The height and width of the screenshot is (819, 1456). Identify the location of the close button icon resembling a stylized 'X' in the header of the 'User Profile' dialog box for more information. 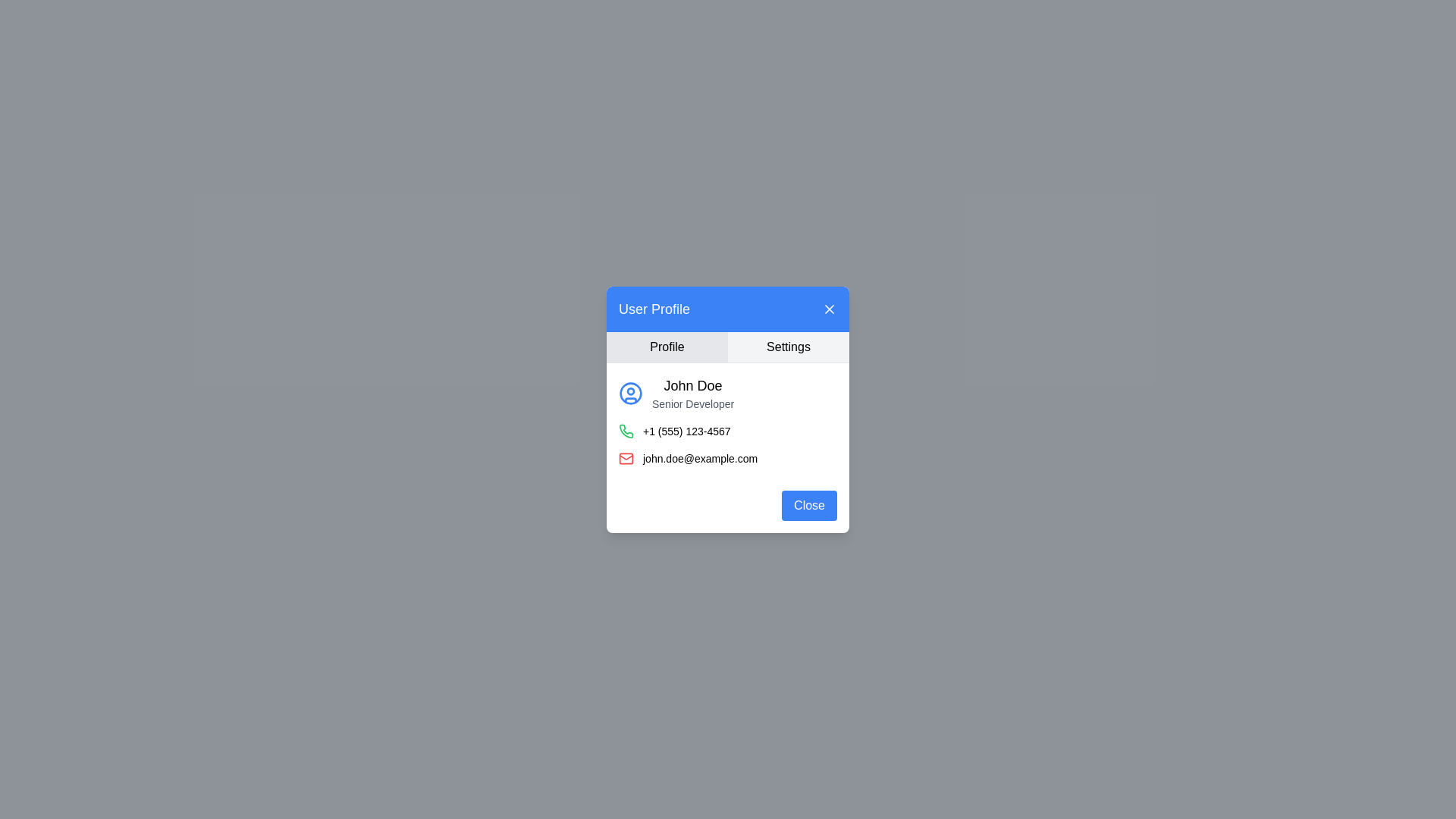
(829, 308).